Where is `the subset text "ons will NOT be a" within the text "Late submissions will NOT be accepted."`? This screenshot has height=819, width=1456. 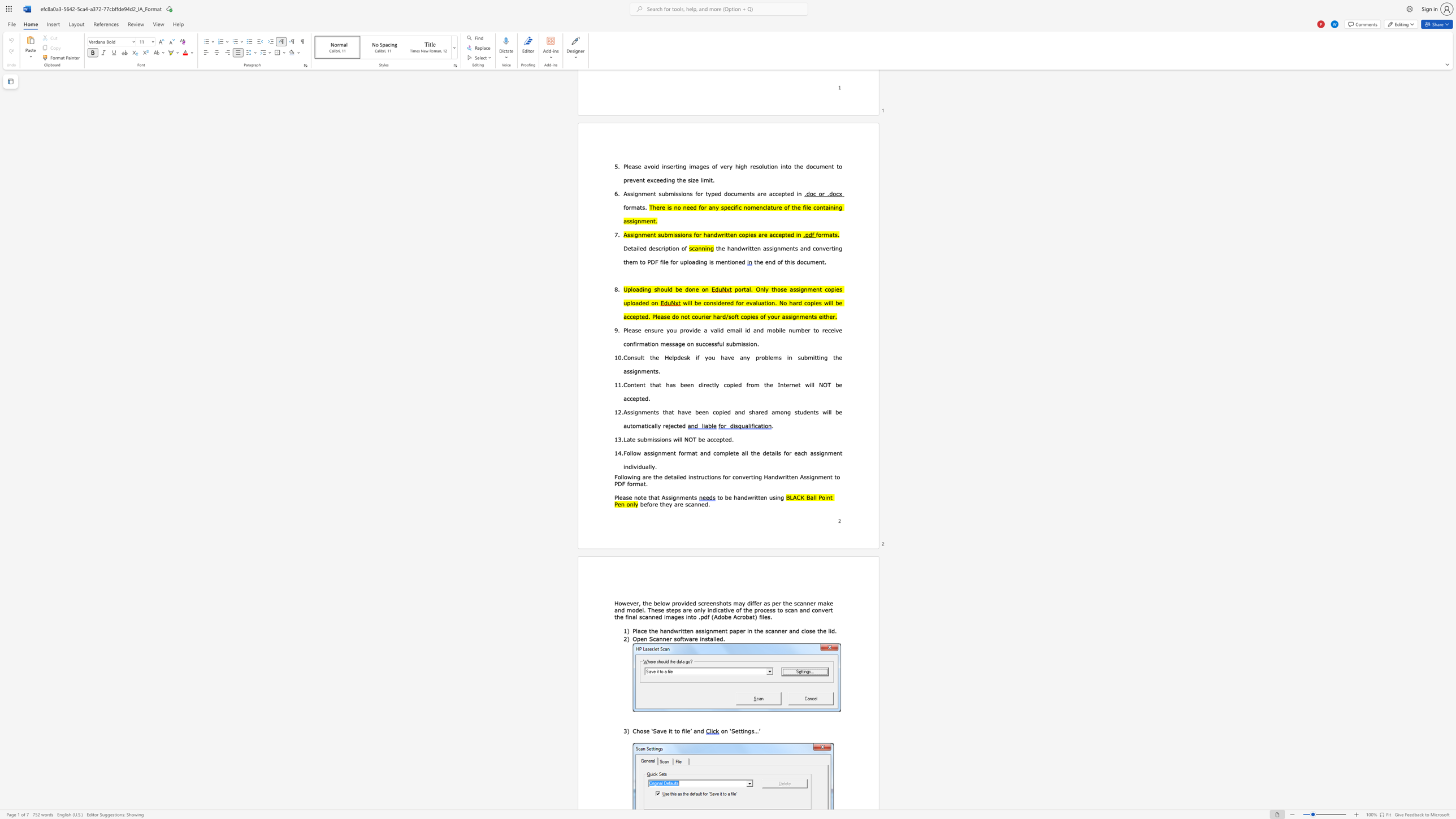 the subset text "ons will NOT be a" within the text "Late submissions will NOT be accepted." is located at coordinates (661, 439).